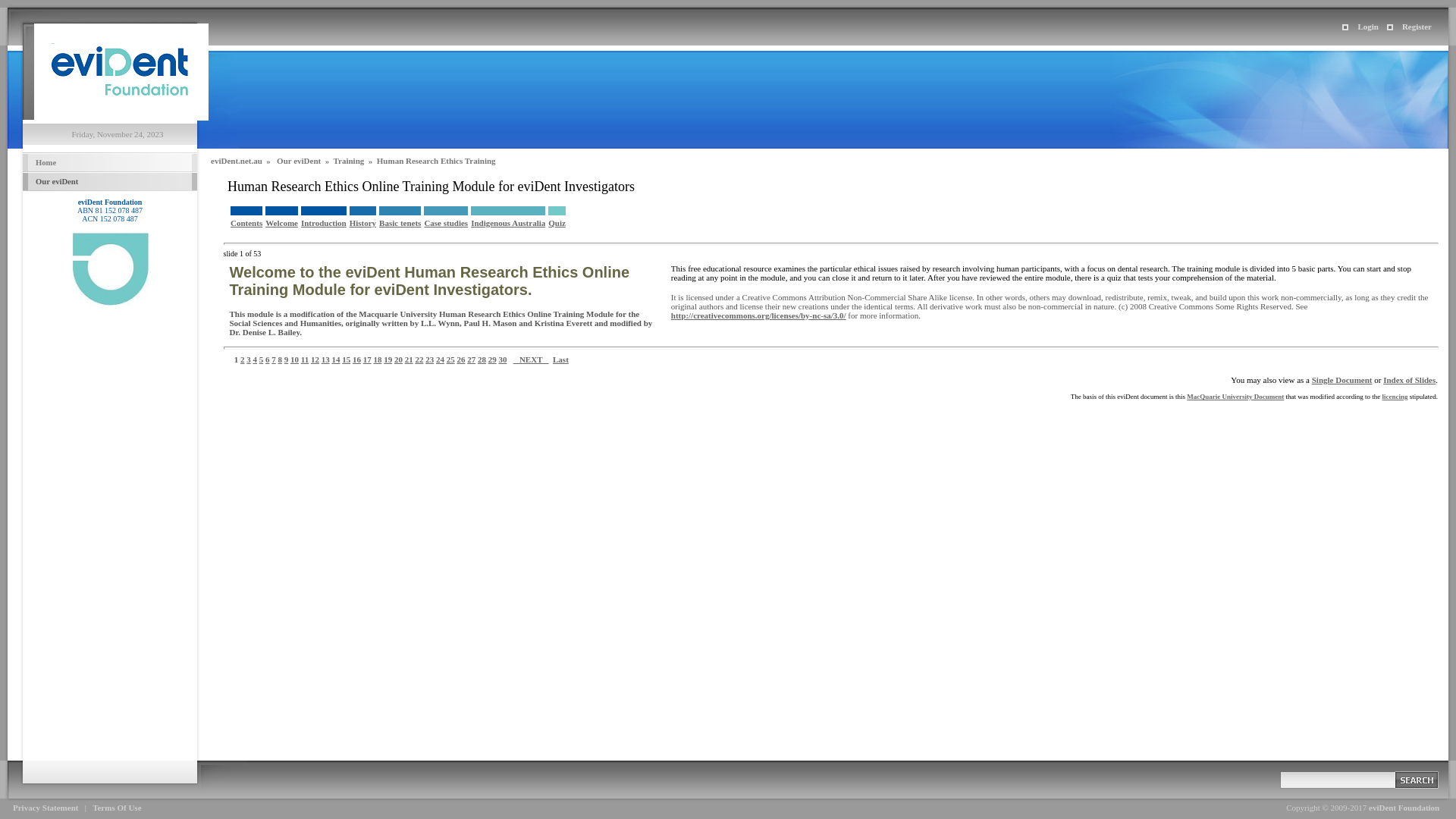 The height and width of the screenshot is (819, 1456). I want to click on 'Basic tenets', so click(400, 222).